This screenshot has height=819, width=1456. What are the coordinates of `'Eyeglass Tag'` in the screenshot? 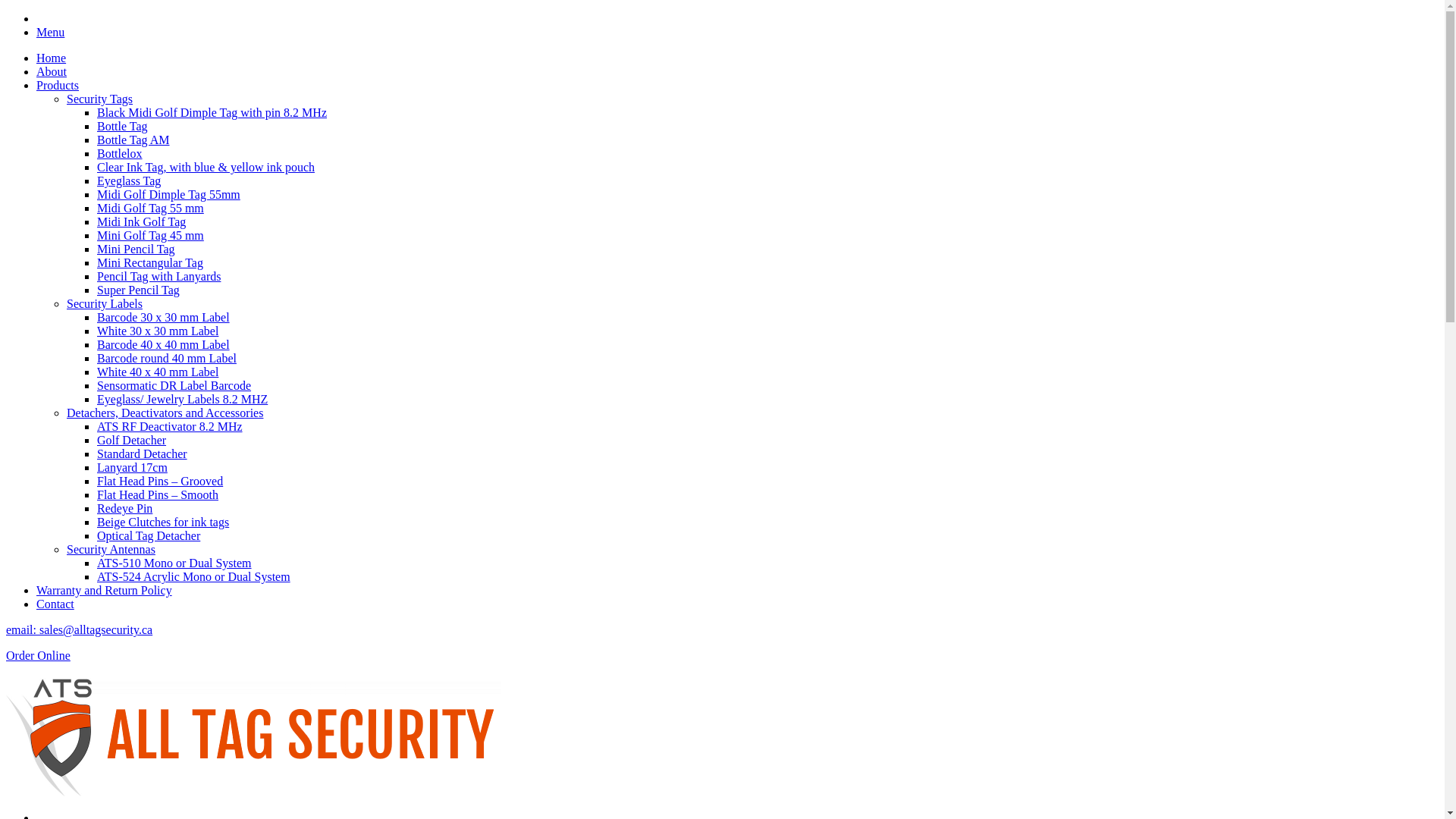 It's located at (96, 180).